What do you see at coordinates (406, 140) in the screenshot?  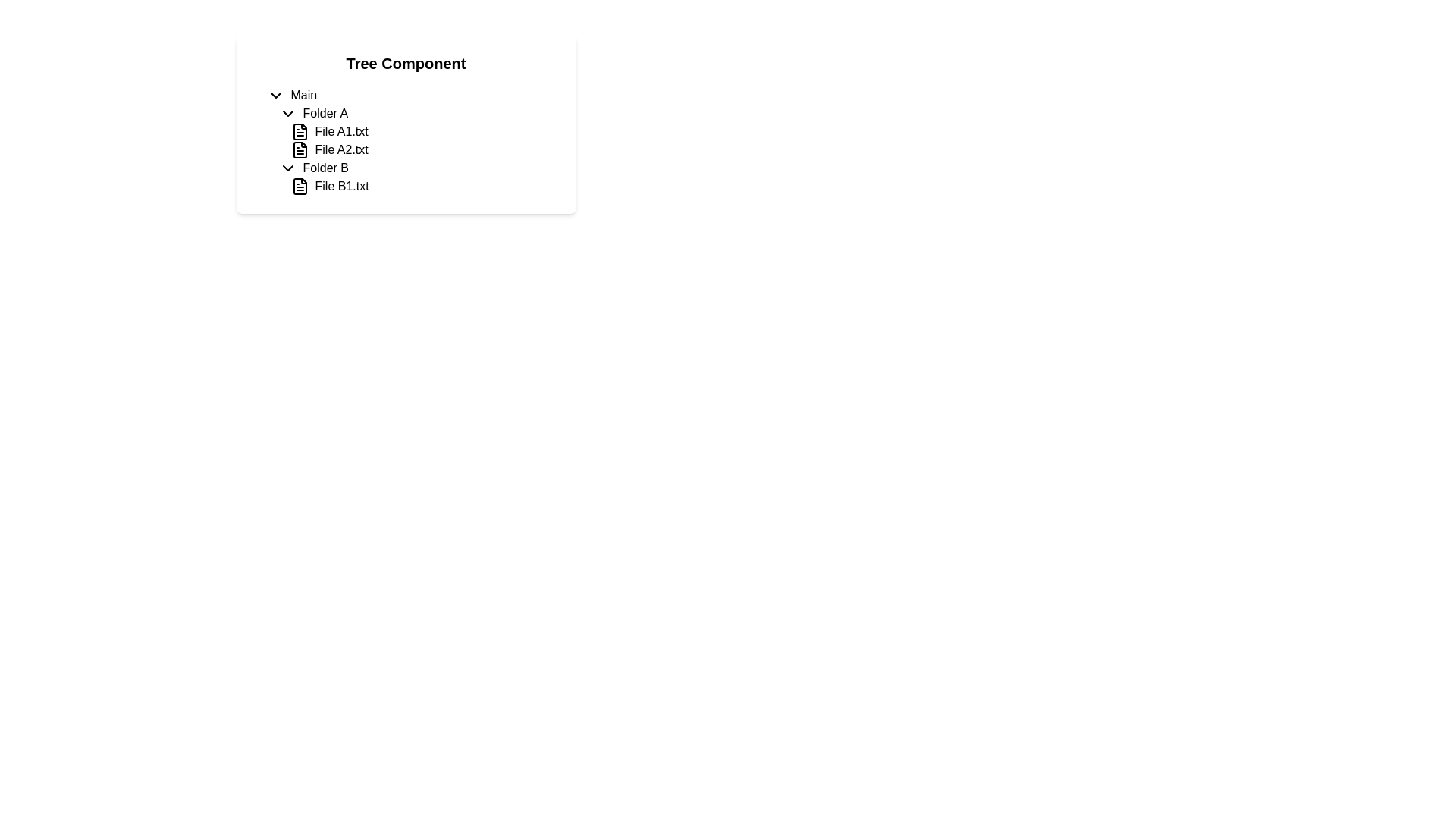 I see `the 'File A2.txt' entry in the tree-view, which is located under the 'Folder A' node in the 'Tree Component'` at bounding box center [406, 140].